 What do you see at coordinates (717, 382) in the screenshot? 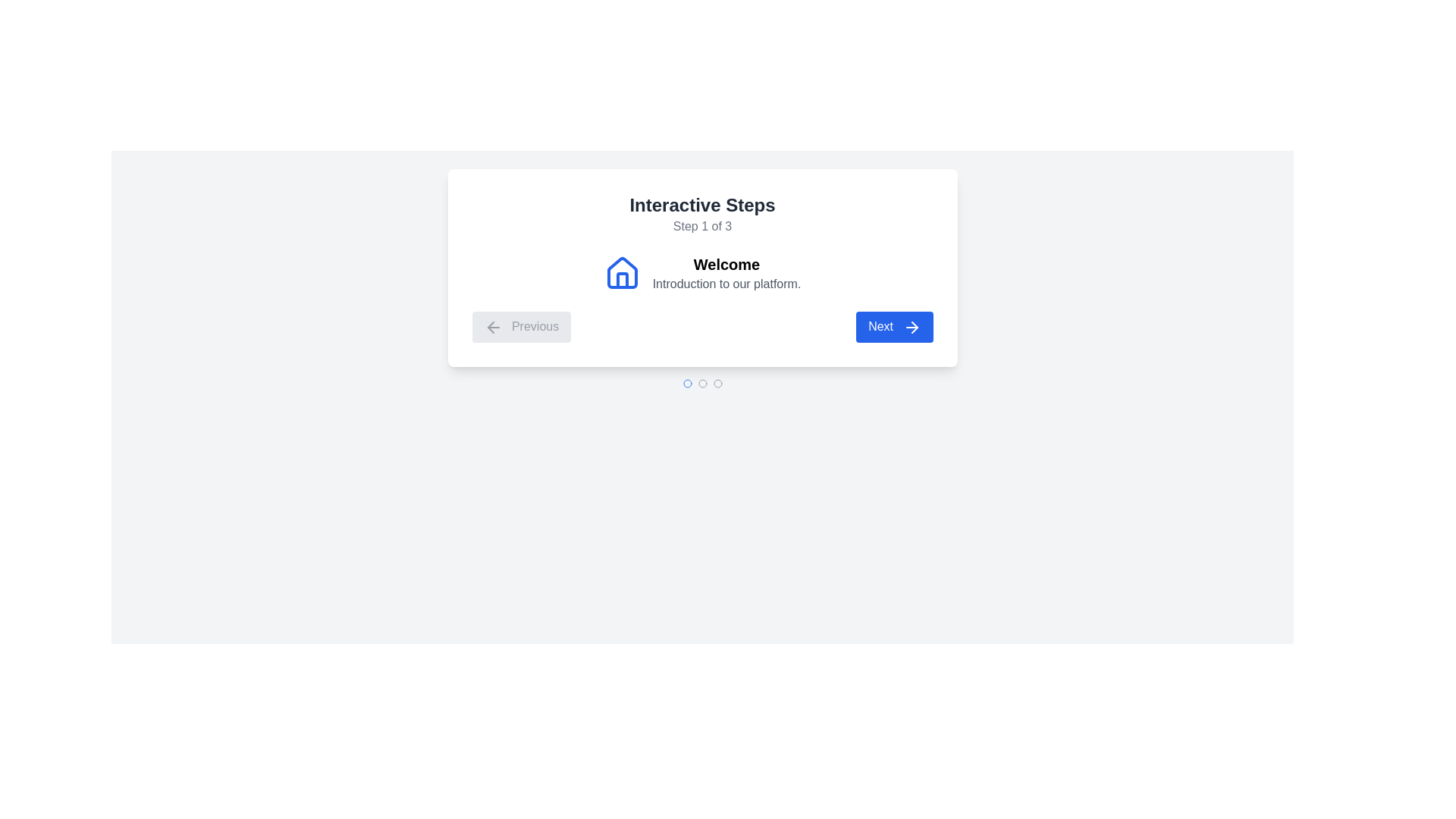
I see `the third circle indicator in the progression status indicator component, which is located horizontally below the main interactive content card` at bounding box center [717, 382].